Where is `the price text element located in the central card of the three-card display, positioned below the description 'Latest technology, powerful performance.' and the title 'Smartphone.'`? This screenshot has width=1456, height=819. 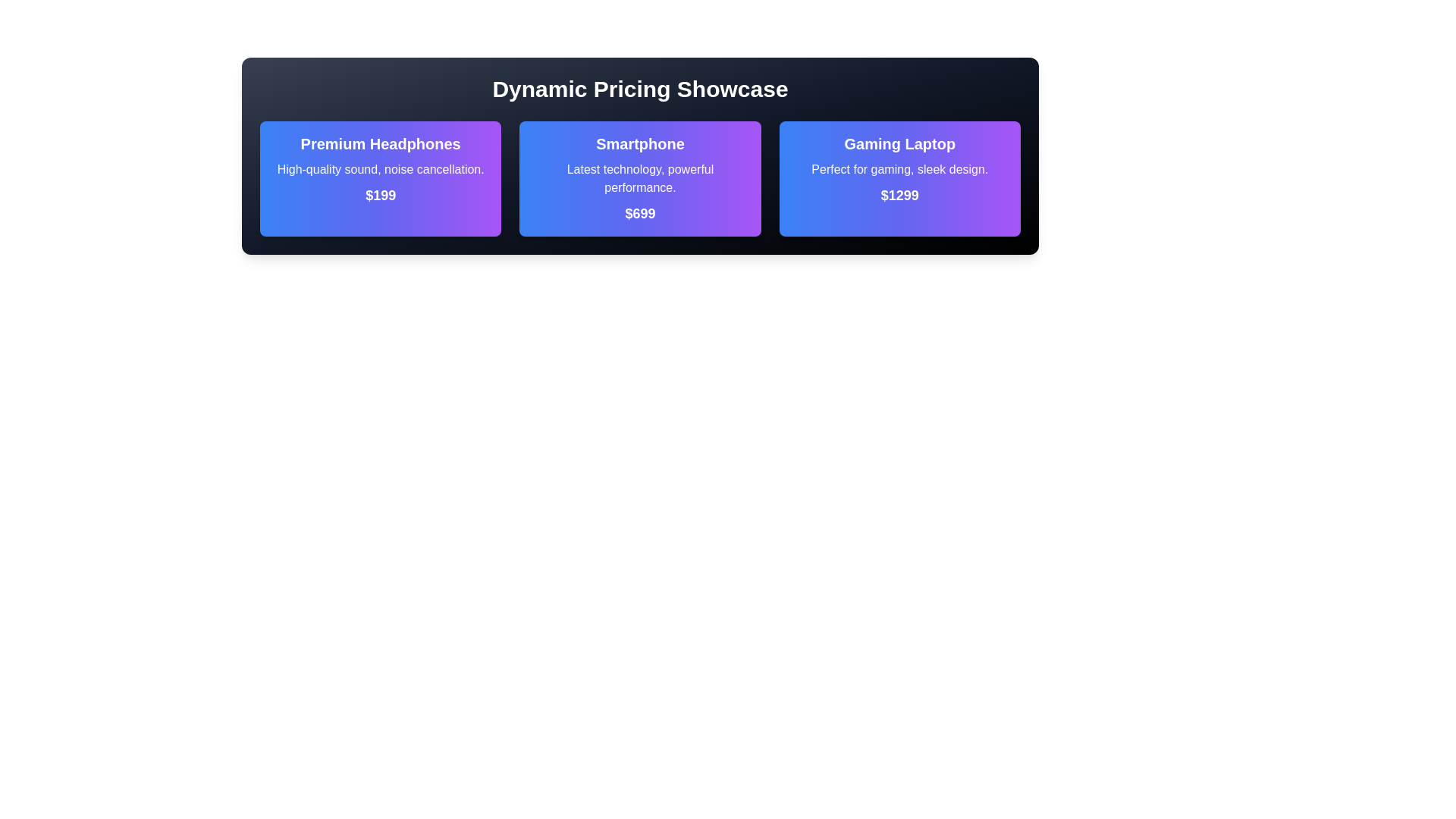 the price text element located in the central card of the three-card display, positioned below the description 'Latest technology, powerful performance.' and the title 'Smartphone.' is located at coordinates (640, 213).